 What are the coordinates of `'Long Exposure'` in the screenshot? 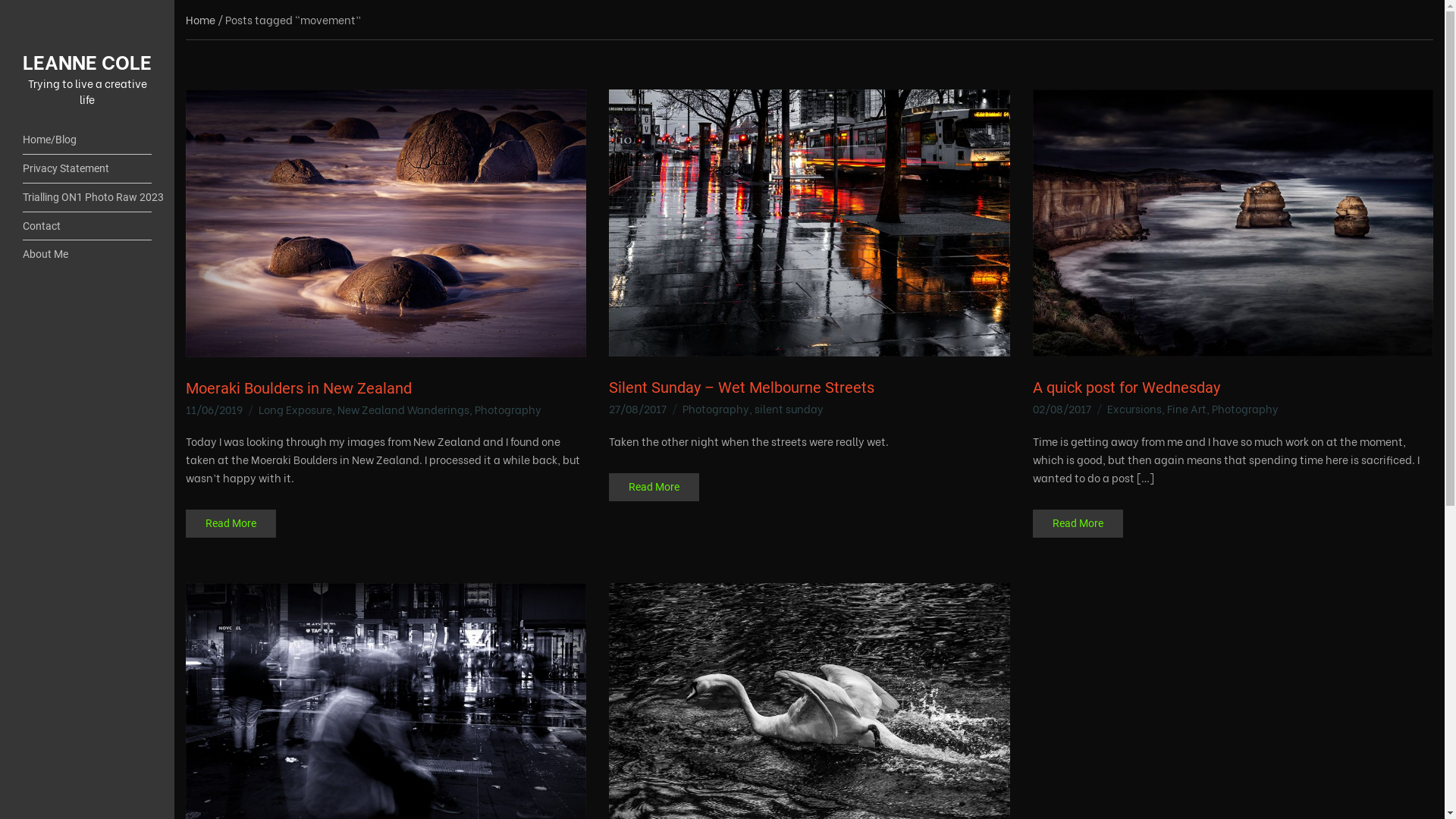 It's located at (295, 408).